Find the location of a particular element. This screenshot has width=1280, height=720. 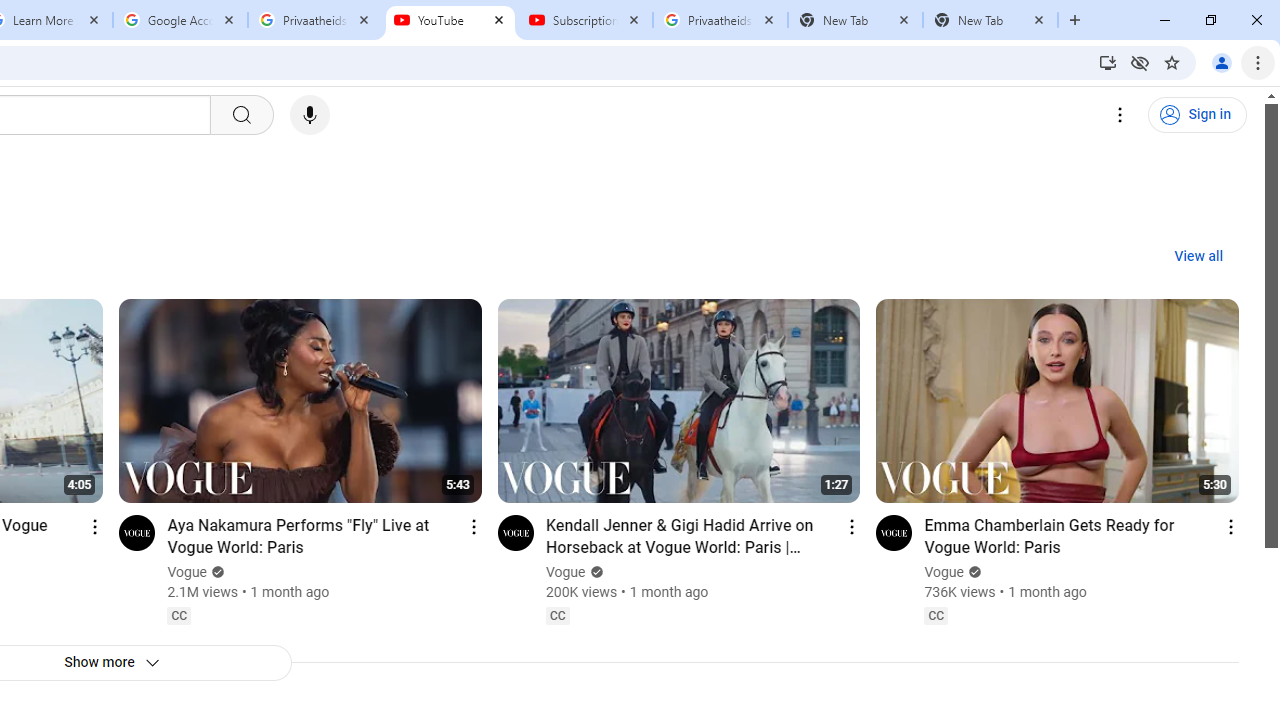

'Action menu' is located at coordinates (1229, 525).